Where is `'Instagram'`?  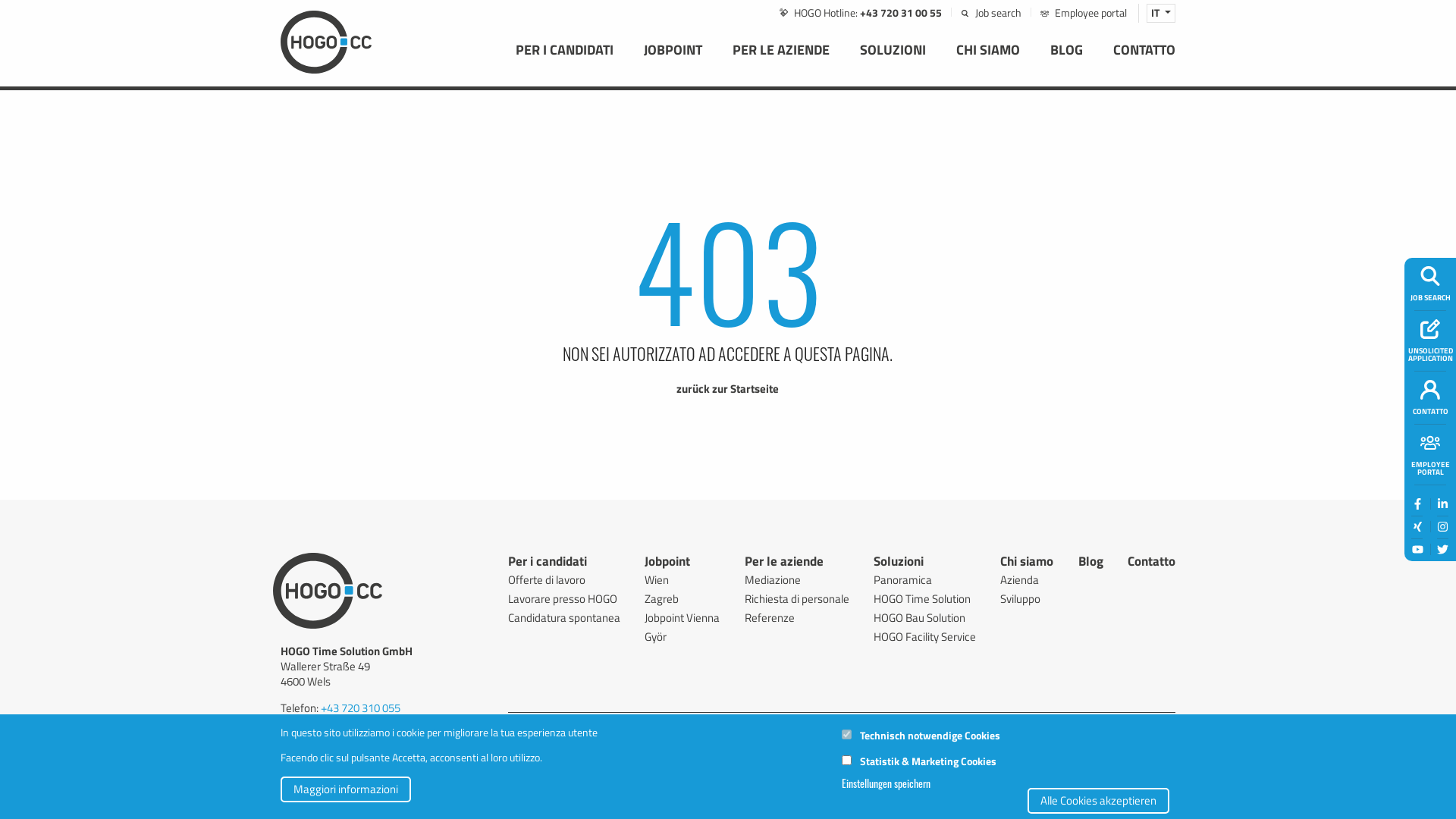
'Instagram' is located at coordinates (1442, 526).